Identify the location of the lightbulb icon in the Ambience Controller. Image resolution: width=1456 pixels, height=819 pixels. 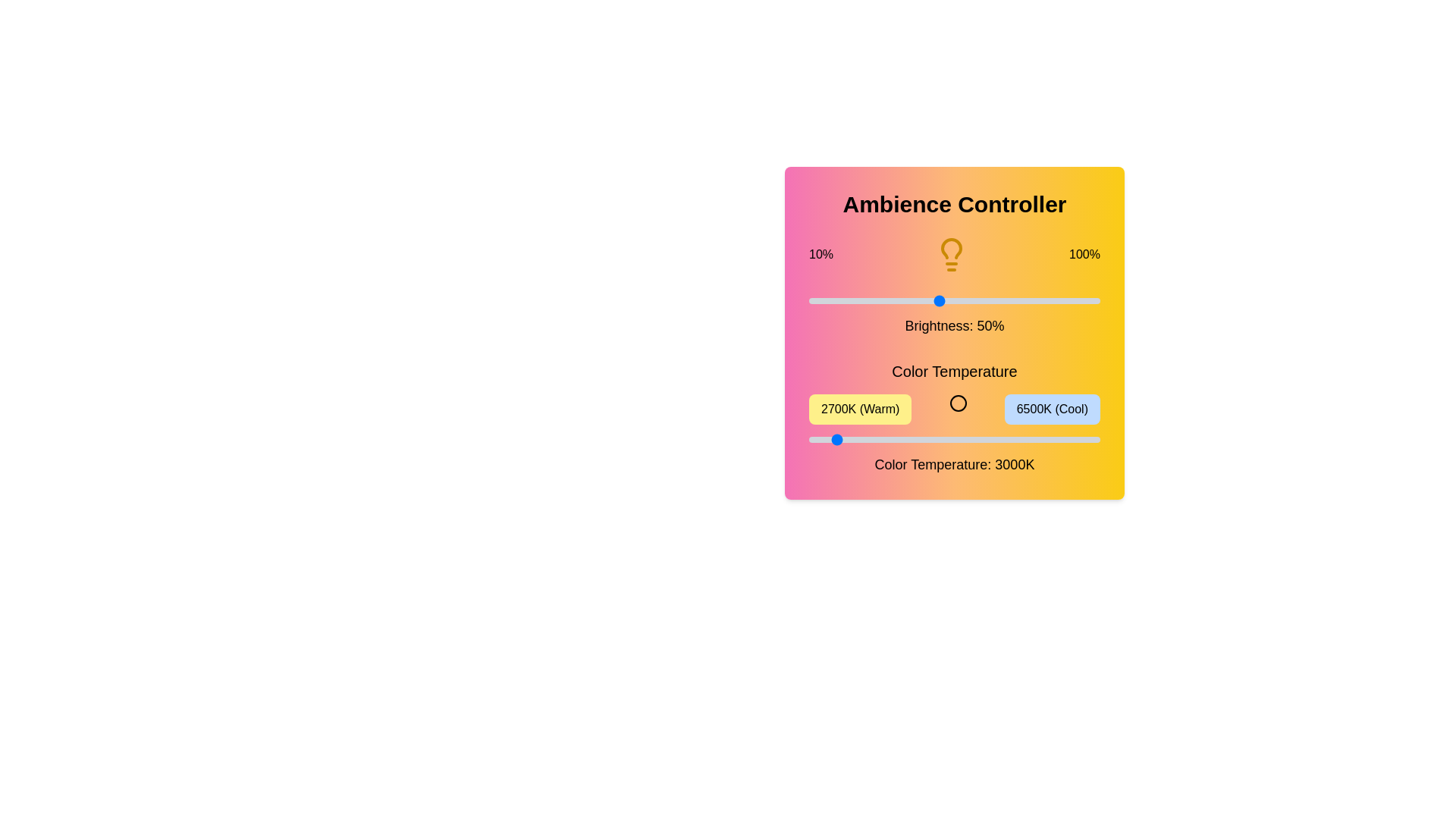
(950, 253).